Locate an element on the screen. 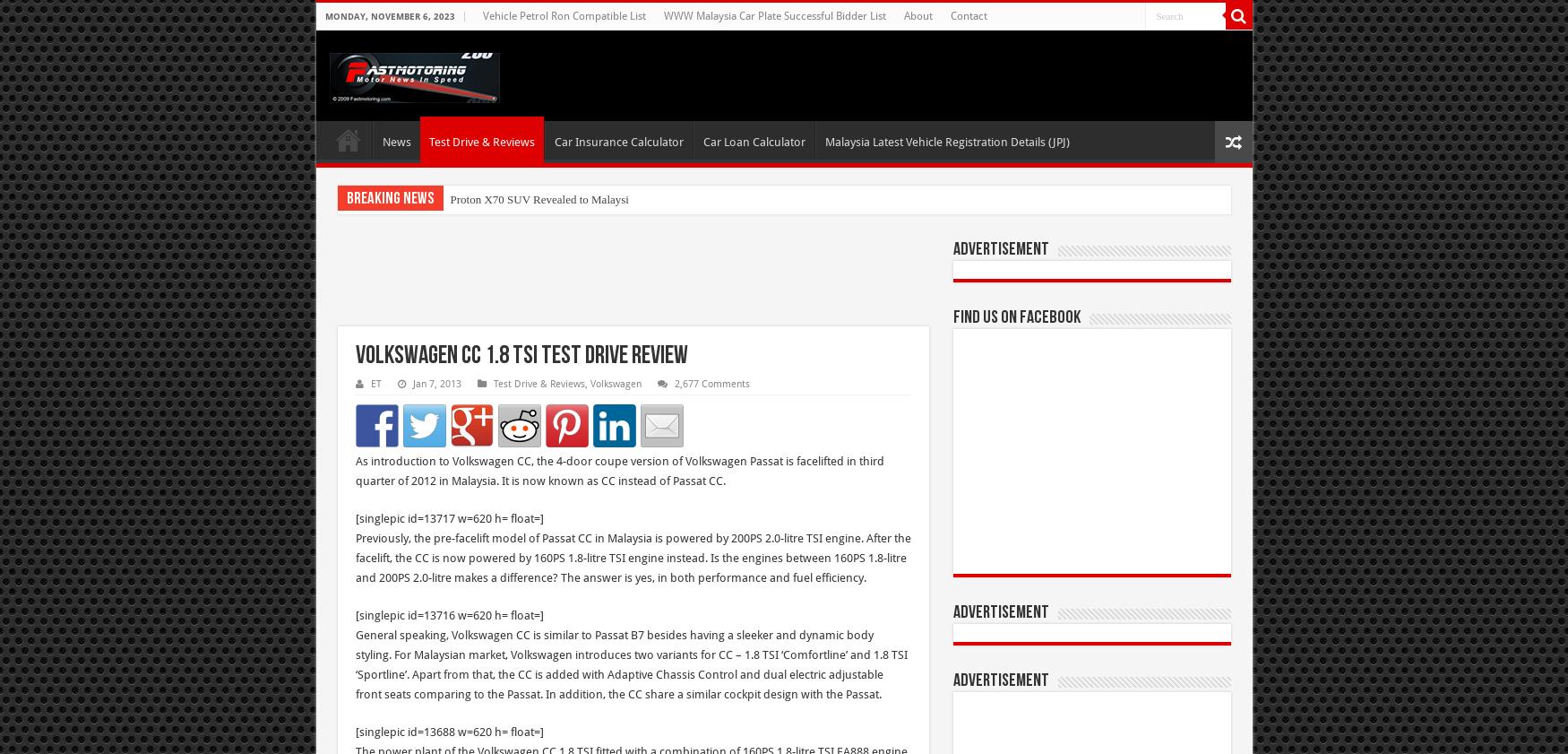 The height and width of the screenshot is (754, 1568). 'General speaking, Volkswagen CC is similar to Passat B7 besides having a sleeker and dynamic body styling. For Malaysian market, Volkswagen introduces two variants for CC – 1.8 TSI ‘Comfortline’ and 1.8 TSI ‘Sportline’. Apart from that, the CC is added with Adaptive Chassis Control and dual electric adjustable front seats comparing to the Passat. In addition, the CC share a similar cockpit design with the Passat.' is located at coordinates (631, 664).